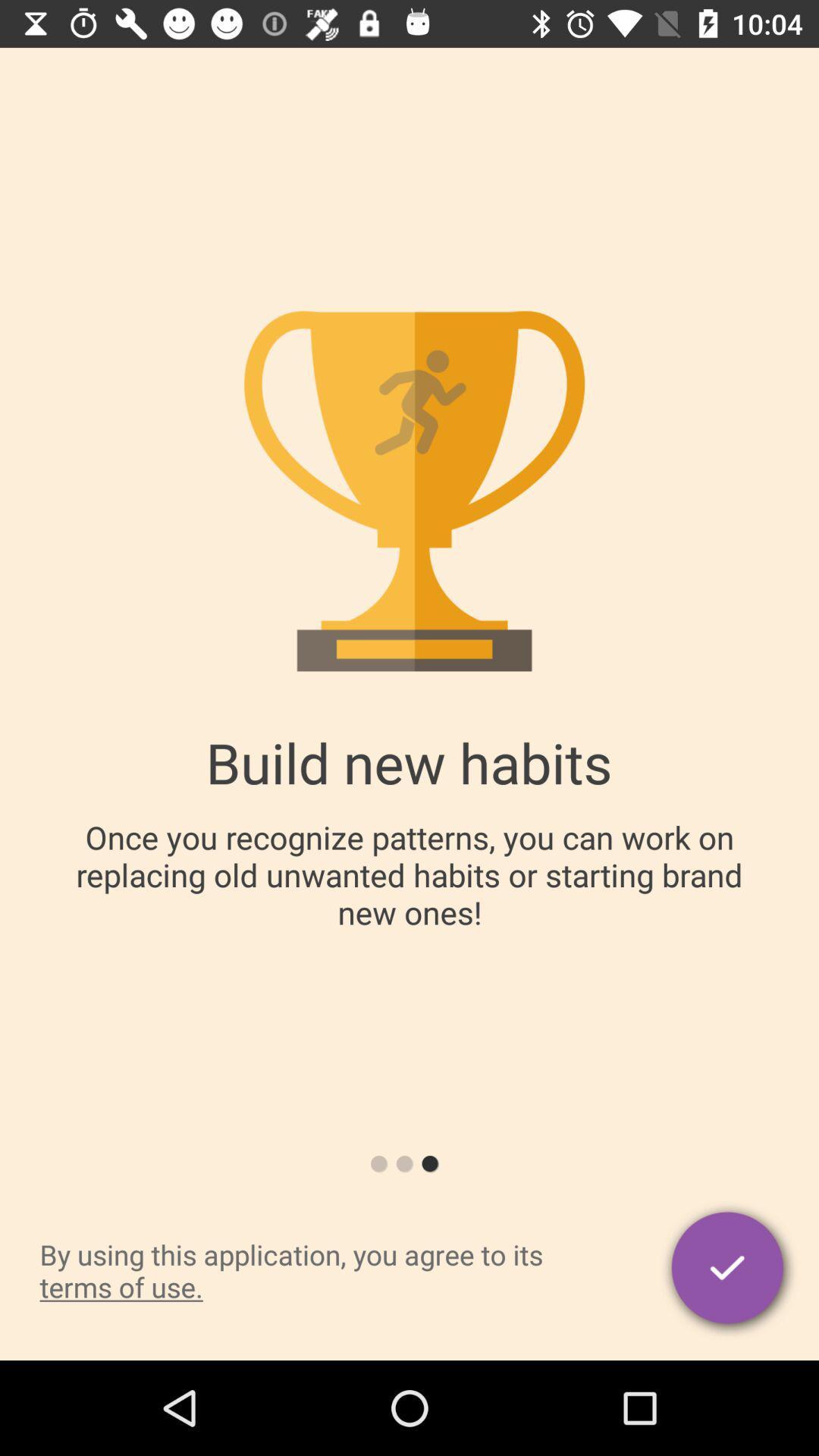 This screenshot has height=1456, width=819. Describe the element at coordinates (323, 1270) in the screenshot. I see `by using this icon` at that location.